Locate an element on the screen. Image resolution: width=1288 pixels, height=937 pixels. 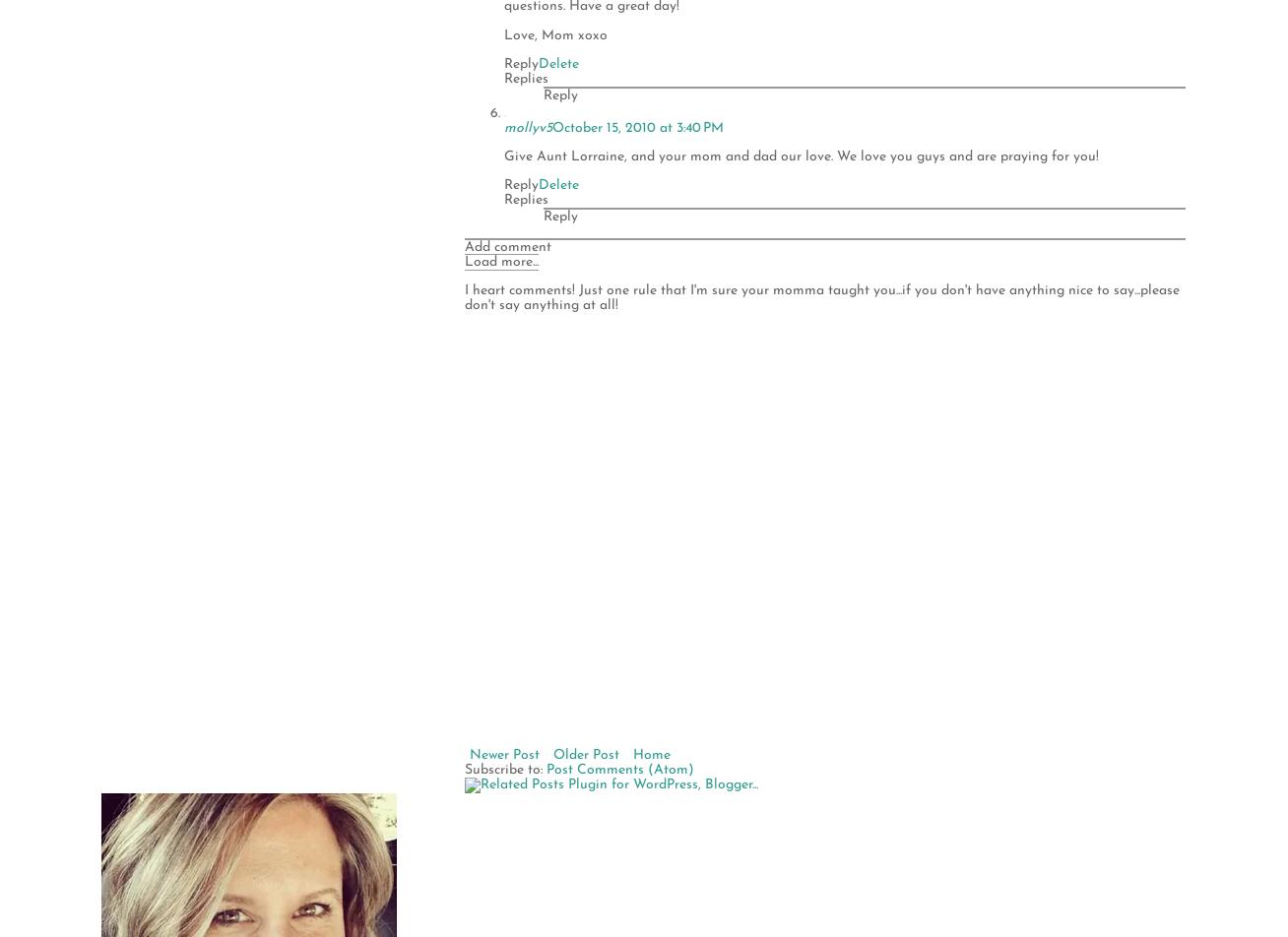
'October 15, 2010 at 3:40 PM' is located at coordinates (636, 127).